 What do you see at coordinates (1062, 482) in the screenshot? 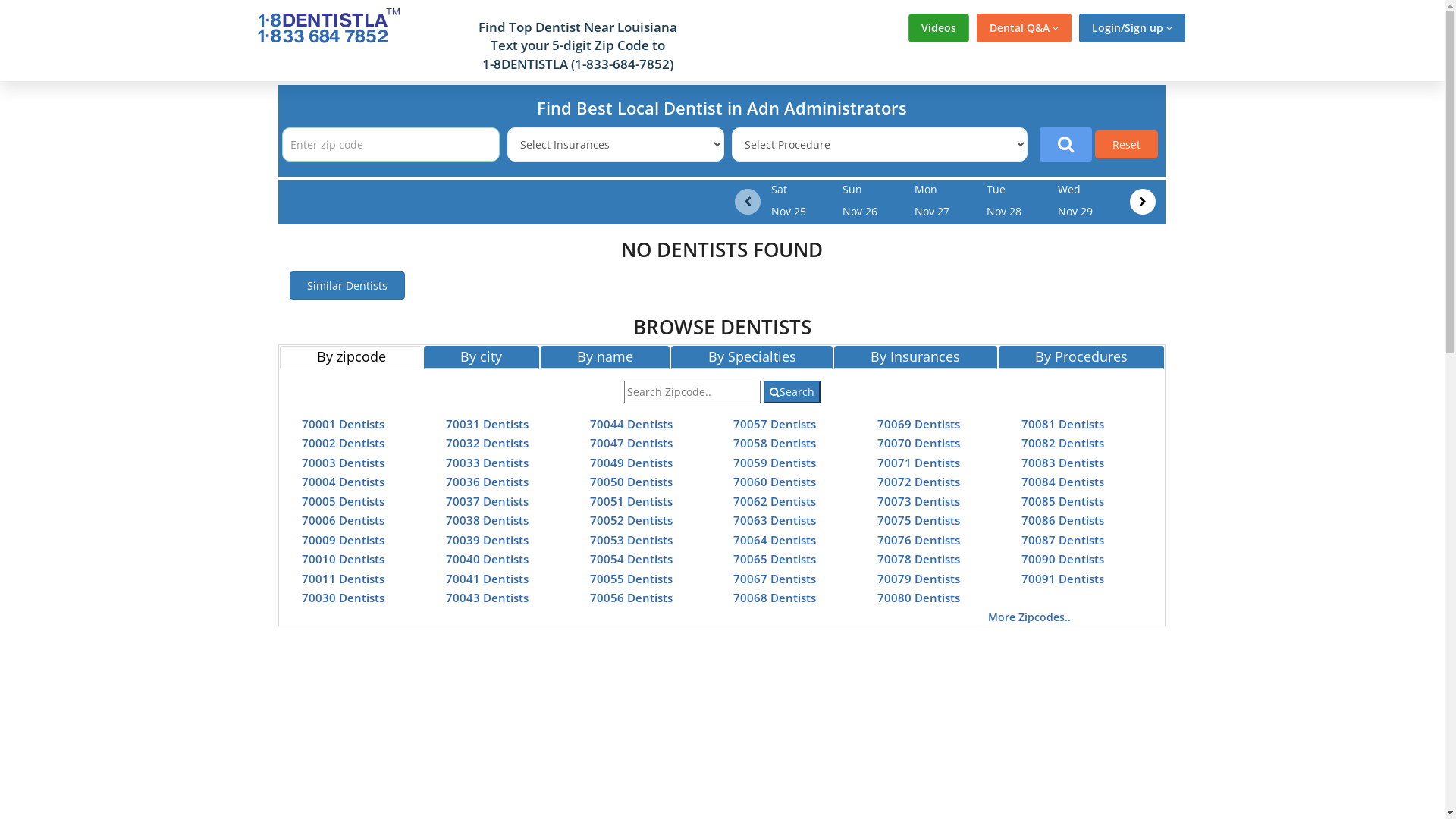
I see `'70084 Dentists'` at bounding box center [1062, 482].